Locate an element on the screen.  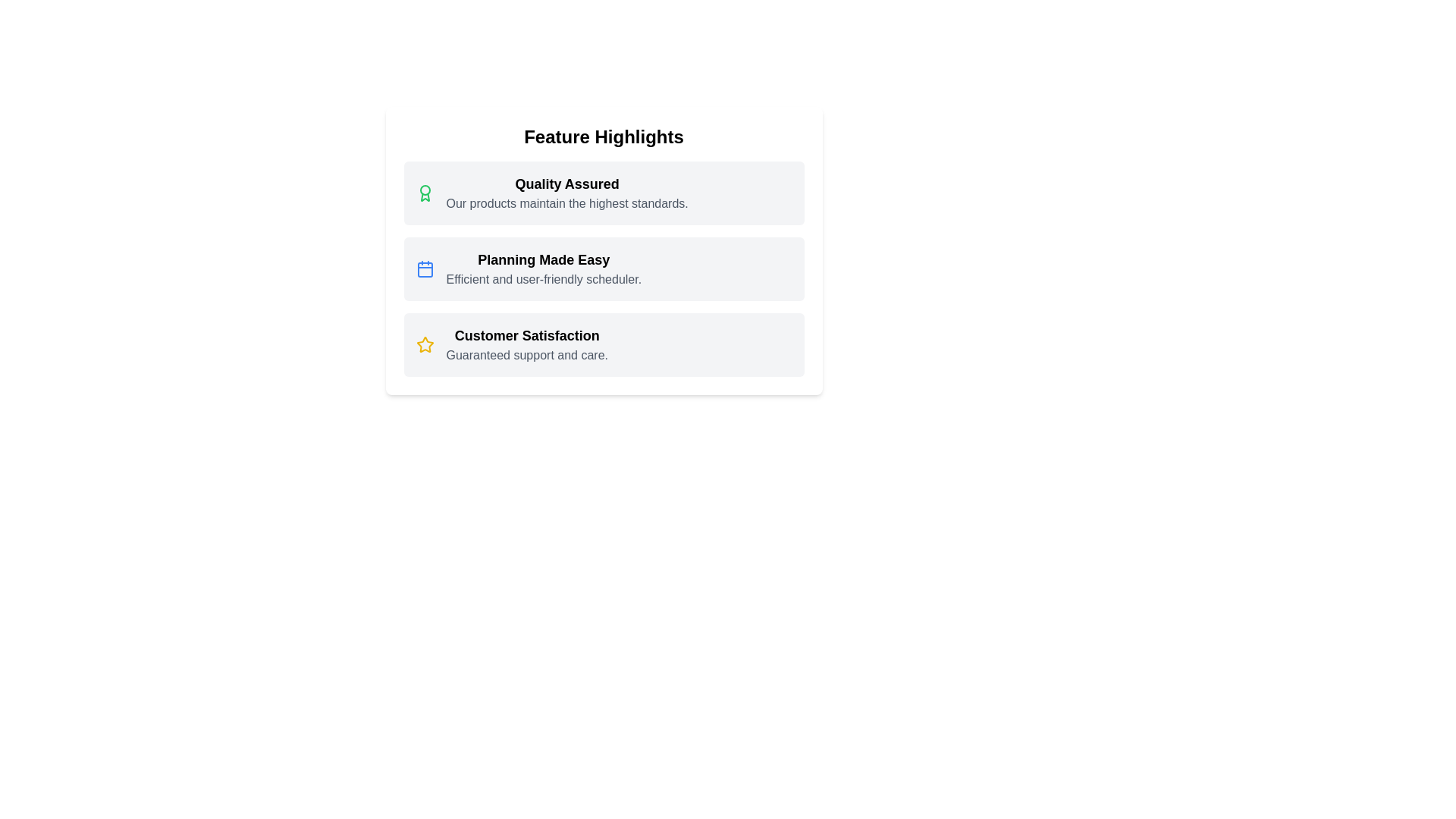
the lower portion of the badge icon in the top section of the 'Feature Highlights' interface is located at coordinates (425, 196).